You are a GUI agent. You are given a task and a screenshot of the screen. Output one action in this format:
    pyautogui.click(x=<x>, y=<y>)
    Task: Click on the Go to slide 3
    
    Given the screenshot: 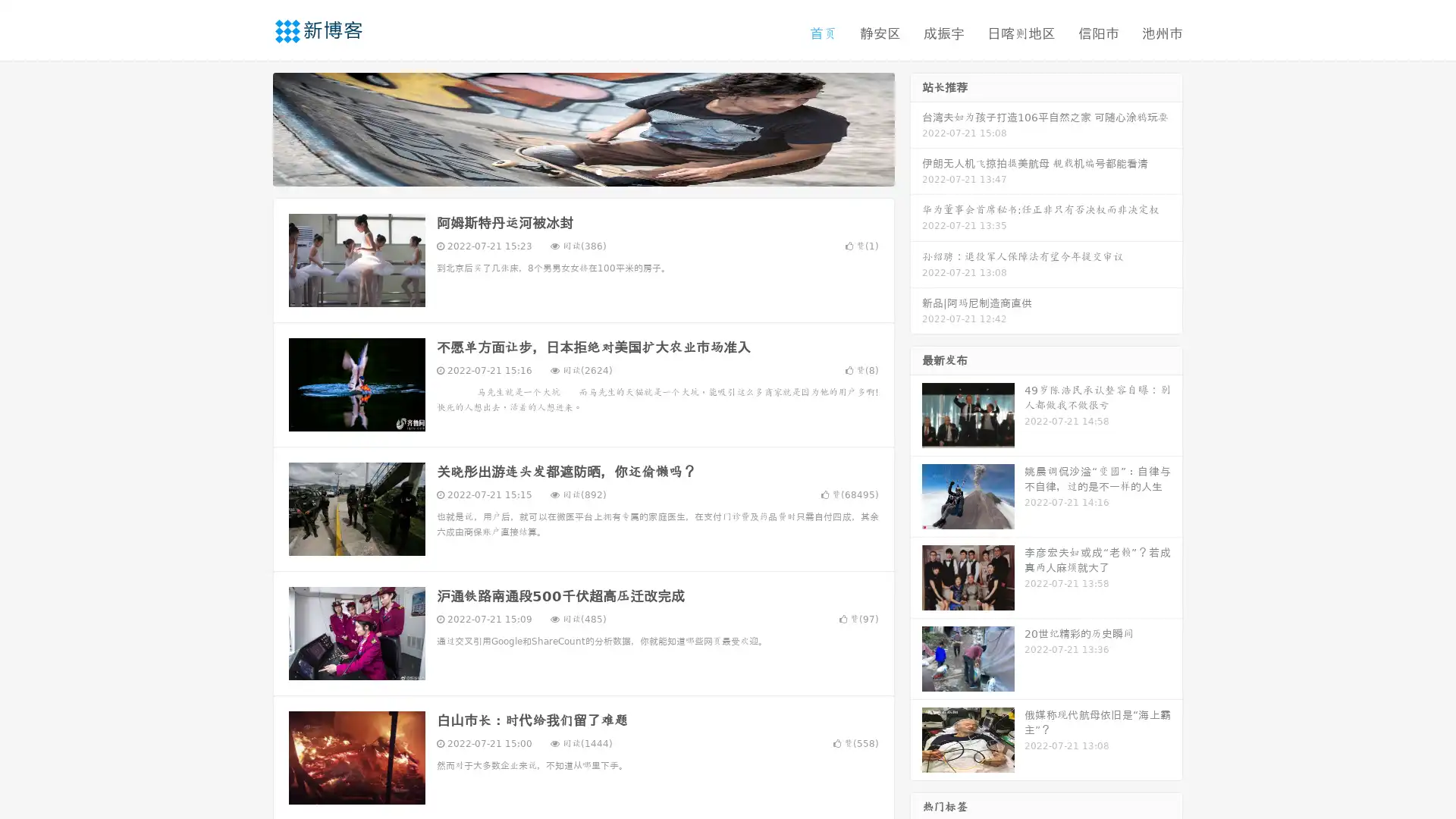 What is the action you would take?
    pyautogui.click(x=598, y=171)
    